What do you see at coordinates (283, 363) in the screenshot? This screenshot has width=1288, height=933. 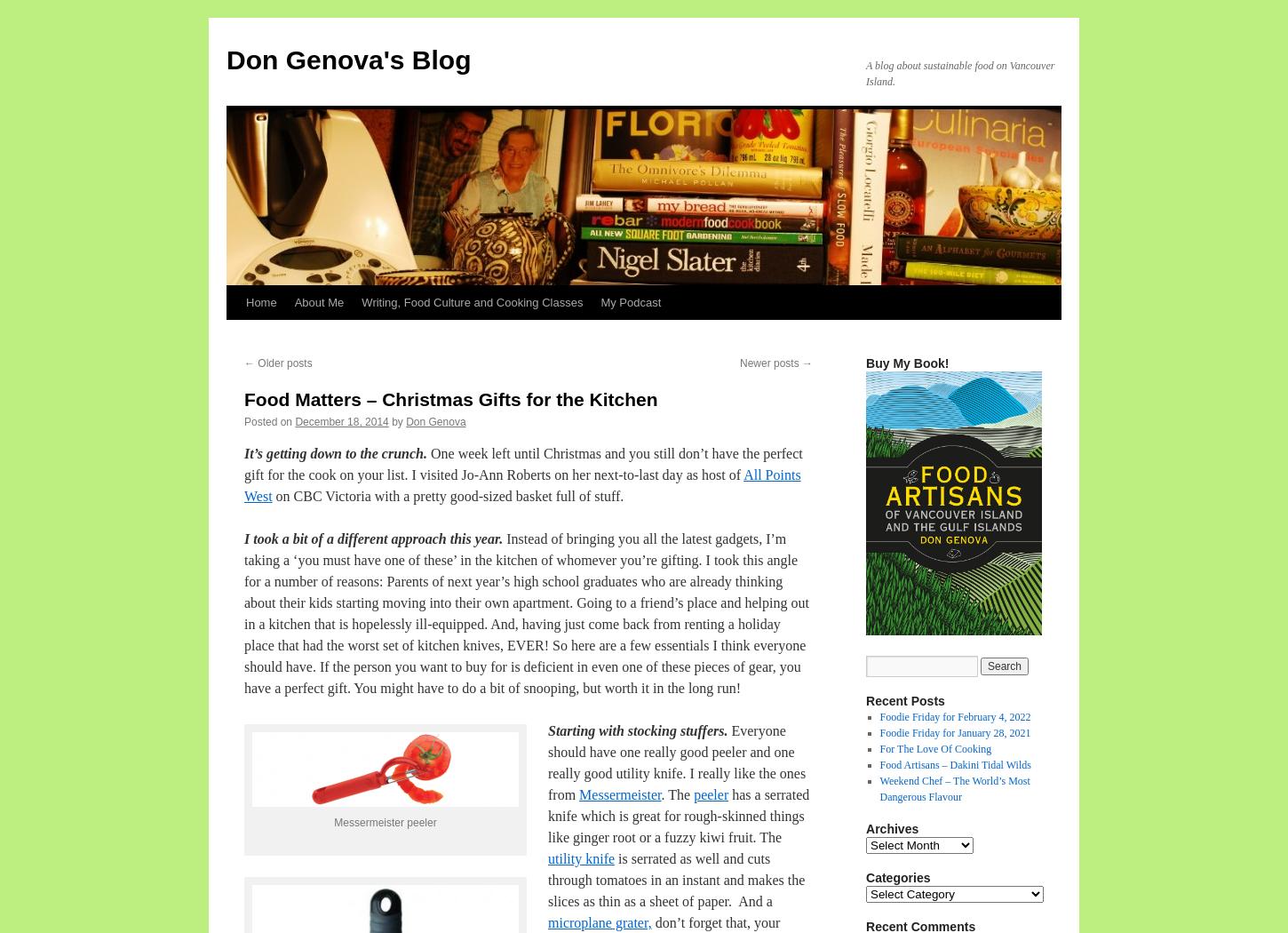 I see `'Older posts'` at bounding box center [283, 363].